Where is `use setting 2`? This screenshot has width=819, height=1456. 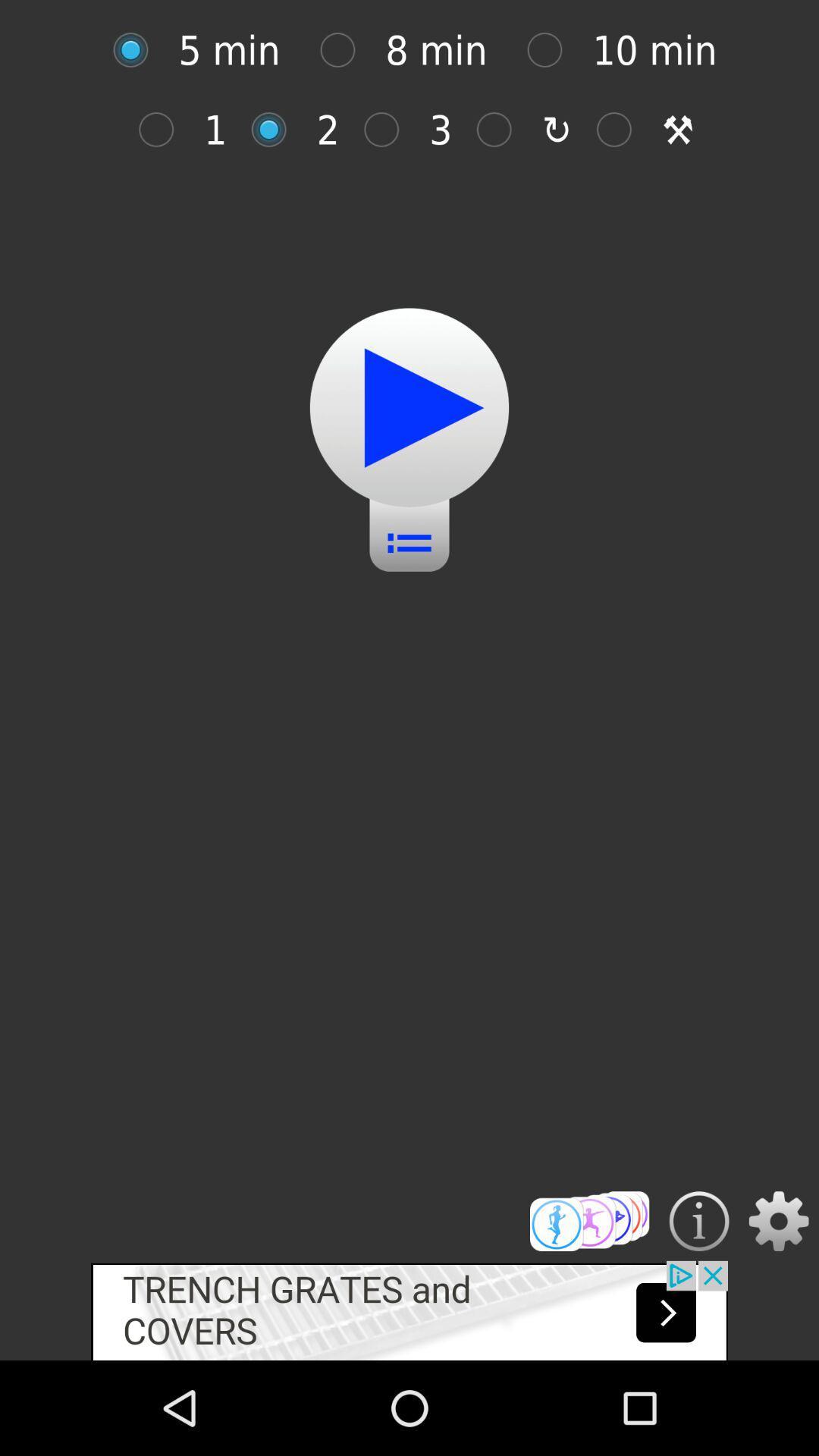
use setting 2 is located at coordinates (277, 130).